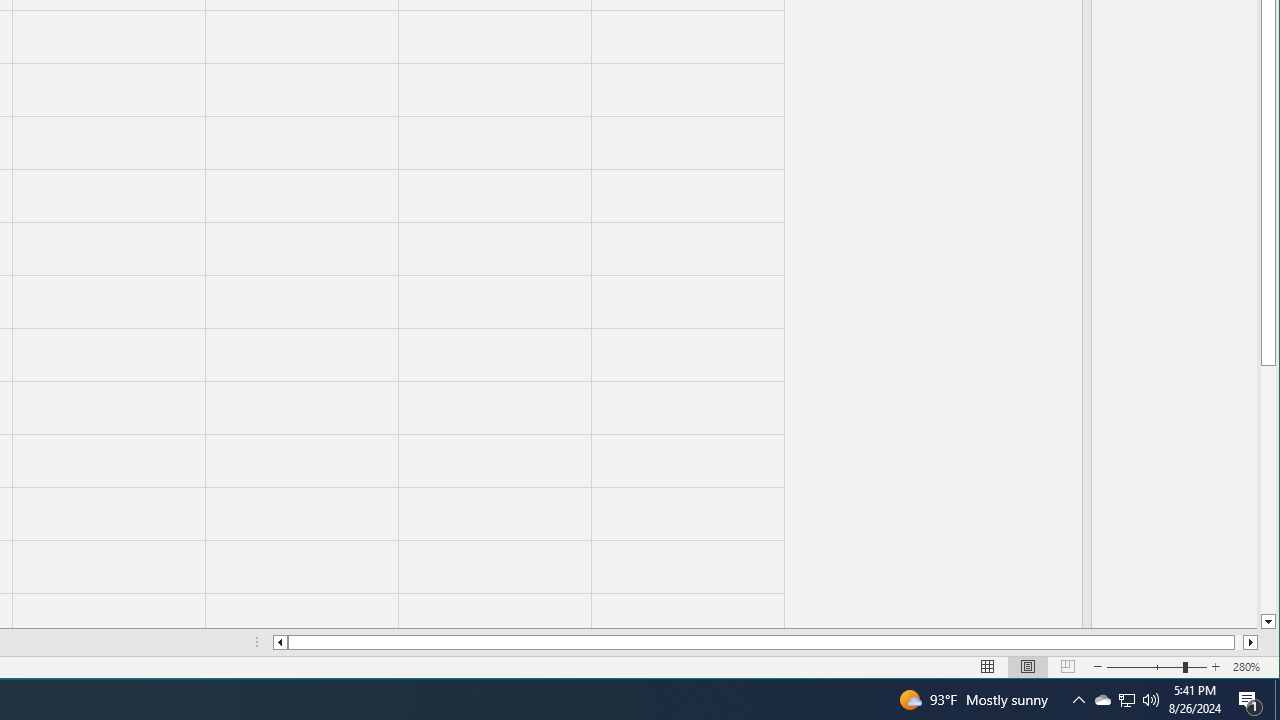 This screenshot has height=720, width=1280. What do you see at coordinates (1250, 698) in the screenshot?
I see `'Show desktop'` at bounding box center [1250, 698].